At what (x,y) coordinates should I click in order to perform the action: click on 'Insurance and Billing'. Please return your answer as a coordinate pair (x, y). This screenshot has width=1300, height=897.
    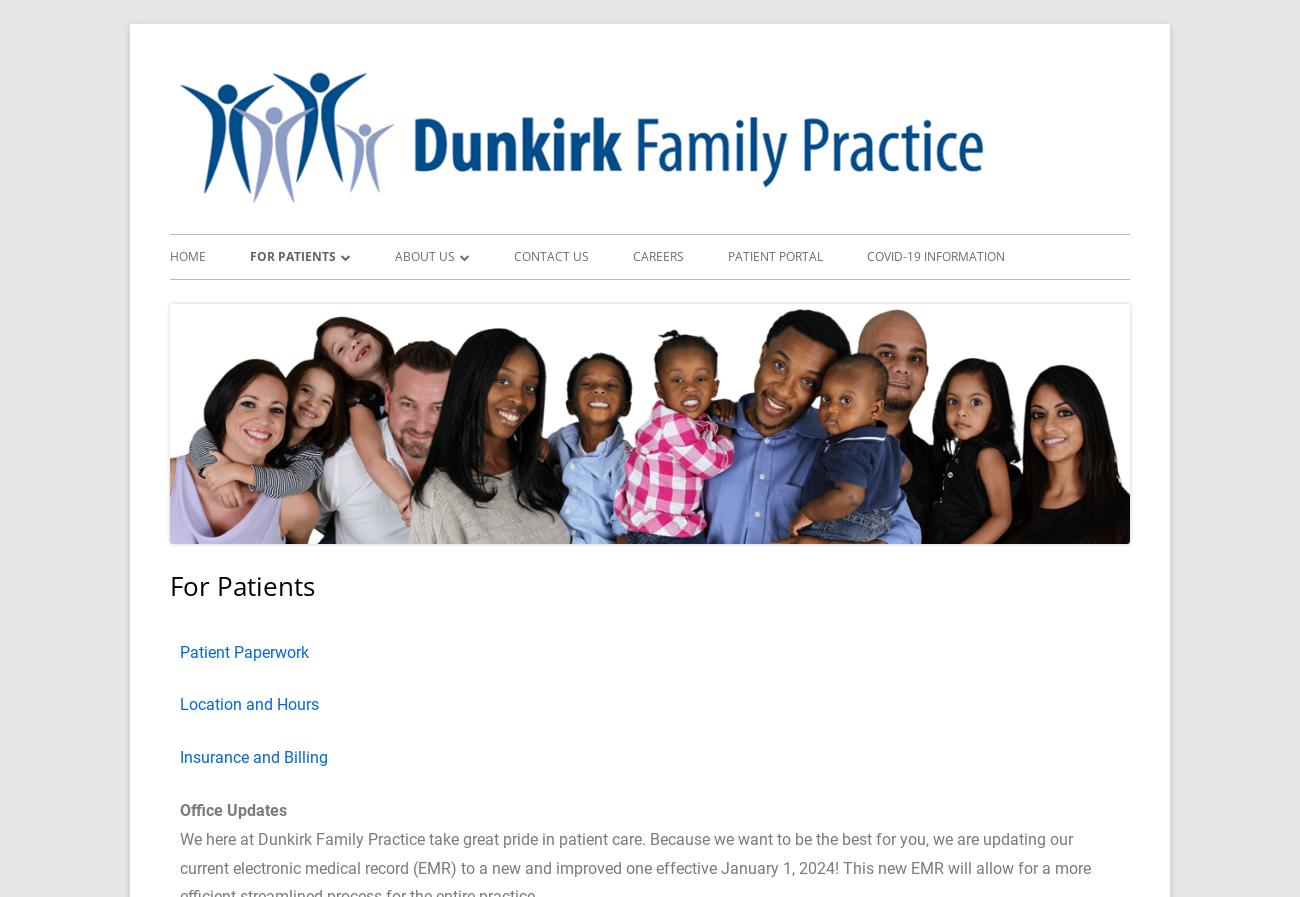
    Looking at the image, I should click on (180, 757).